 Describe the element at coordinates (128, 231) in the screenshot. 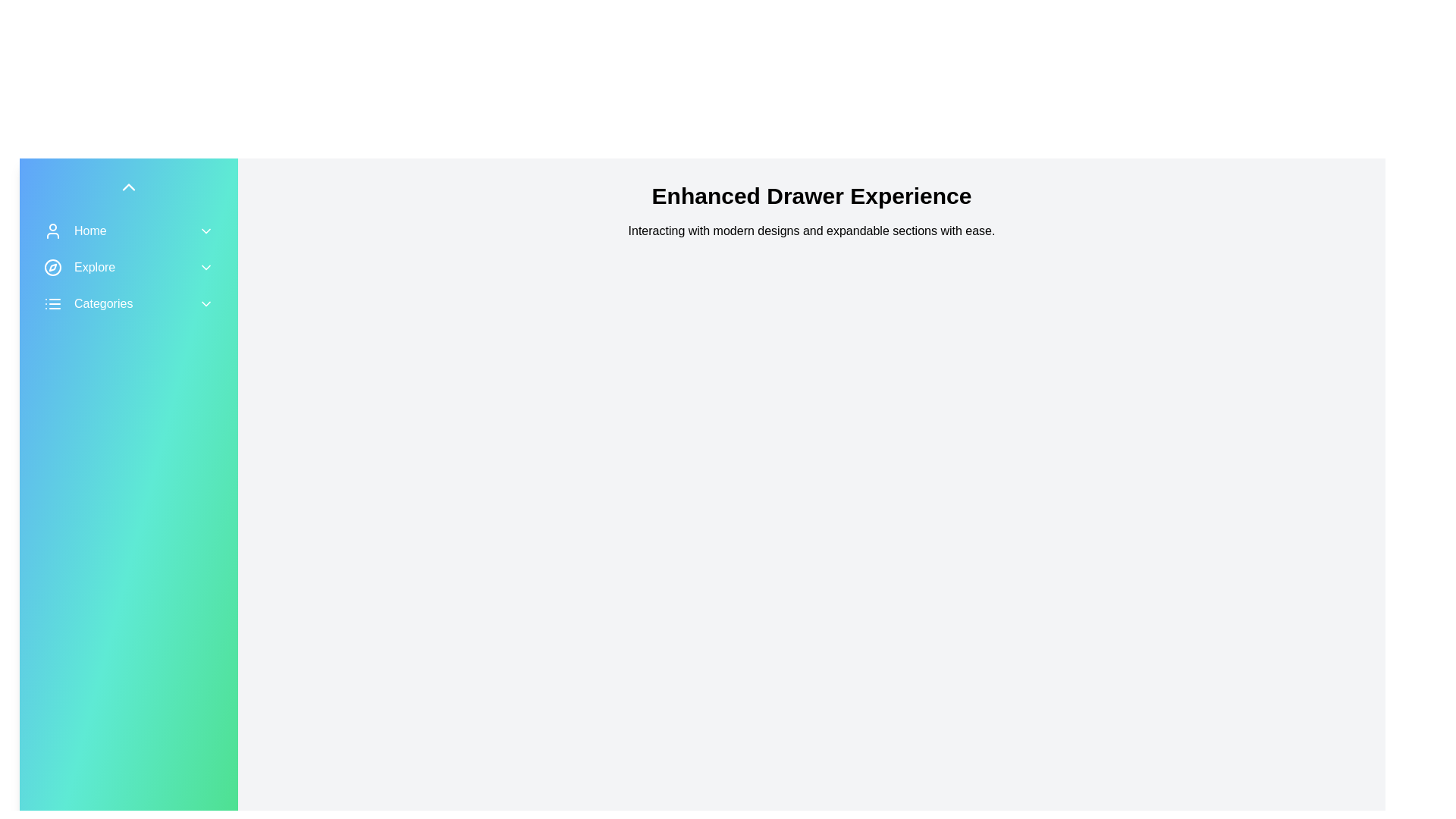

I see `the 'Home' menu item to toggle its expanded or collapsed state` at that location.